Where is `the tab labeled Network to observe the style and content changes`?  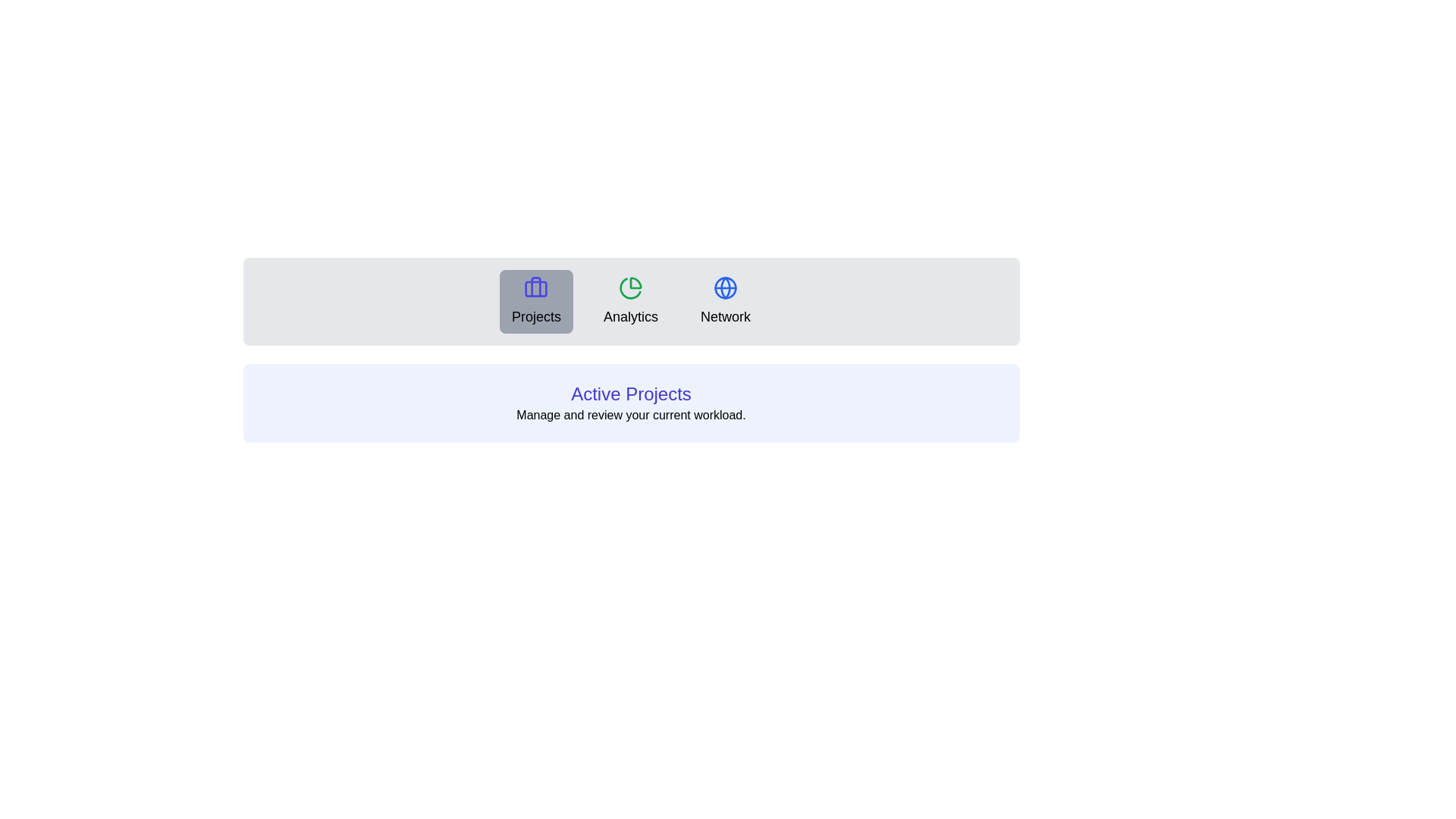 the tab labeled Network to observe the style and content changes is located at coordinates (724, 301).